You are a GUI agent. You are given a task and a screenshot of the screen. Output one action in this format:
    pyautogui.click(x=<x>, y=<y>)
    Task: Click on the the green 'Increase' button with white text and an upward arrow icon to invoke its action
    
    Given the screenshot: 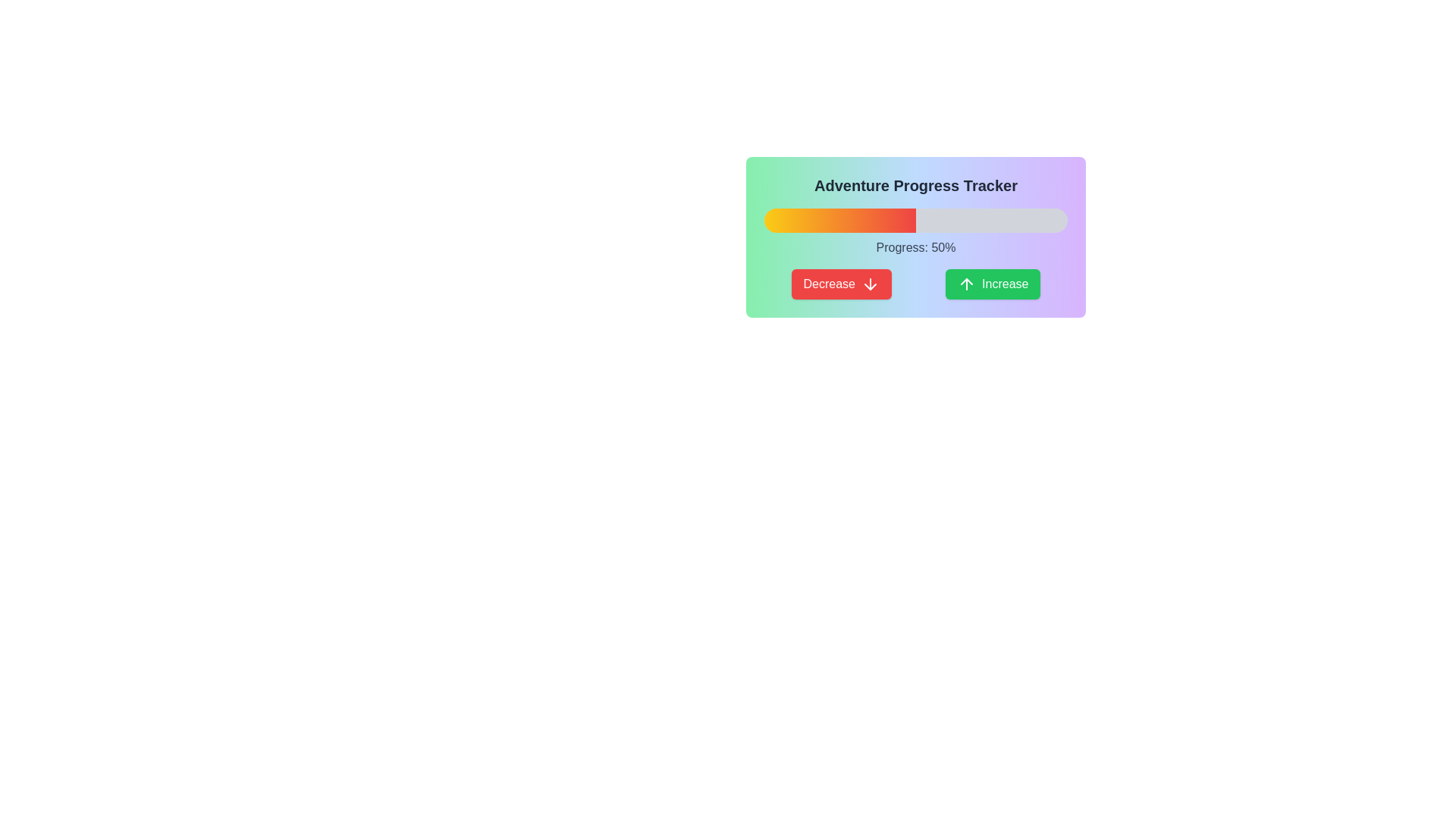 What is the action you would take?
    pyautogui.click(x=993, y=284)
    